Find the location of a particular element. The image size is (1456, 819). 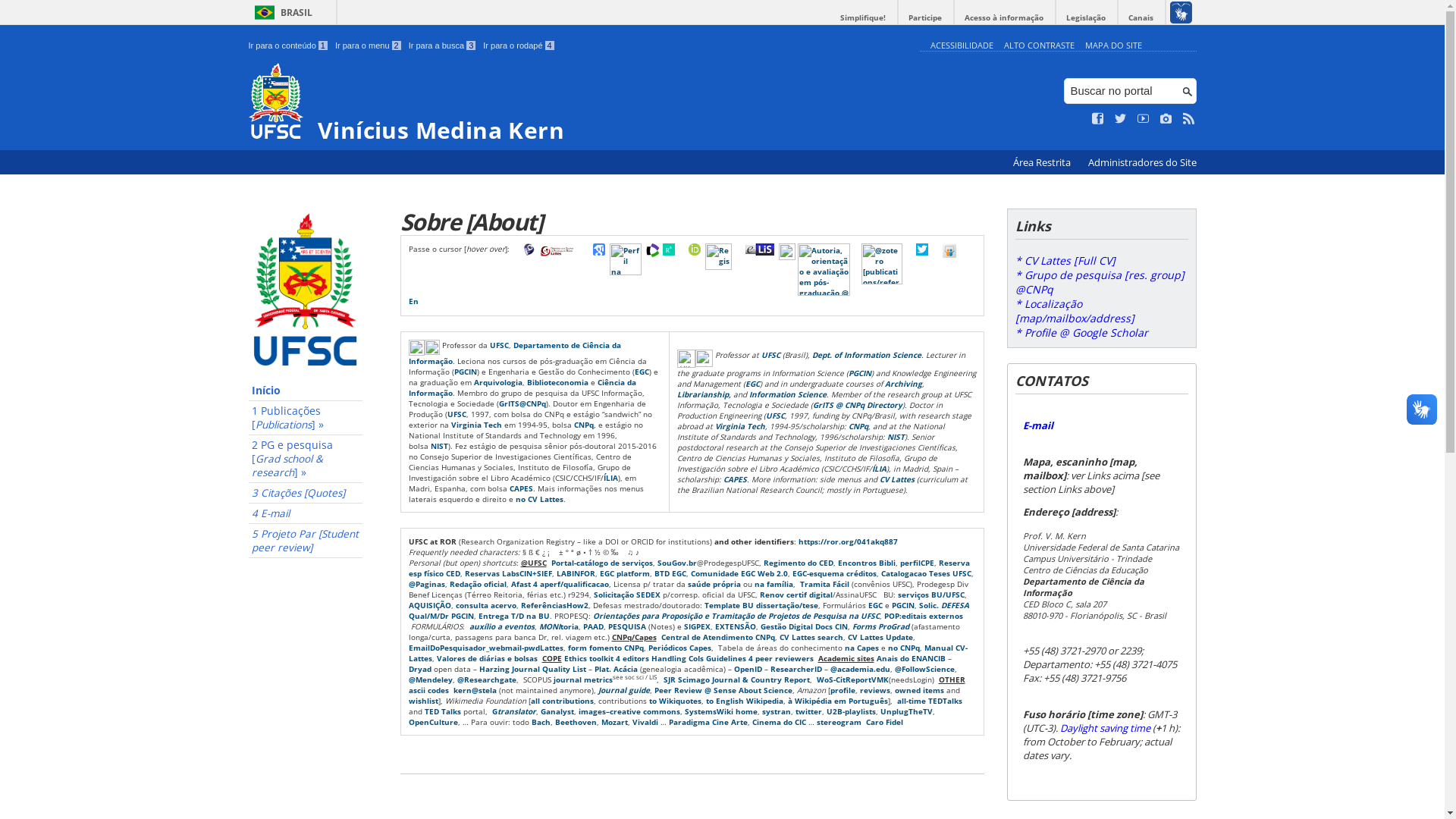

'Canais' is located at coordinates (1141, 17).